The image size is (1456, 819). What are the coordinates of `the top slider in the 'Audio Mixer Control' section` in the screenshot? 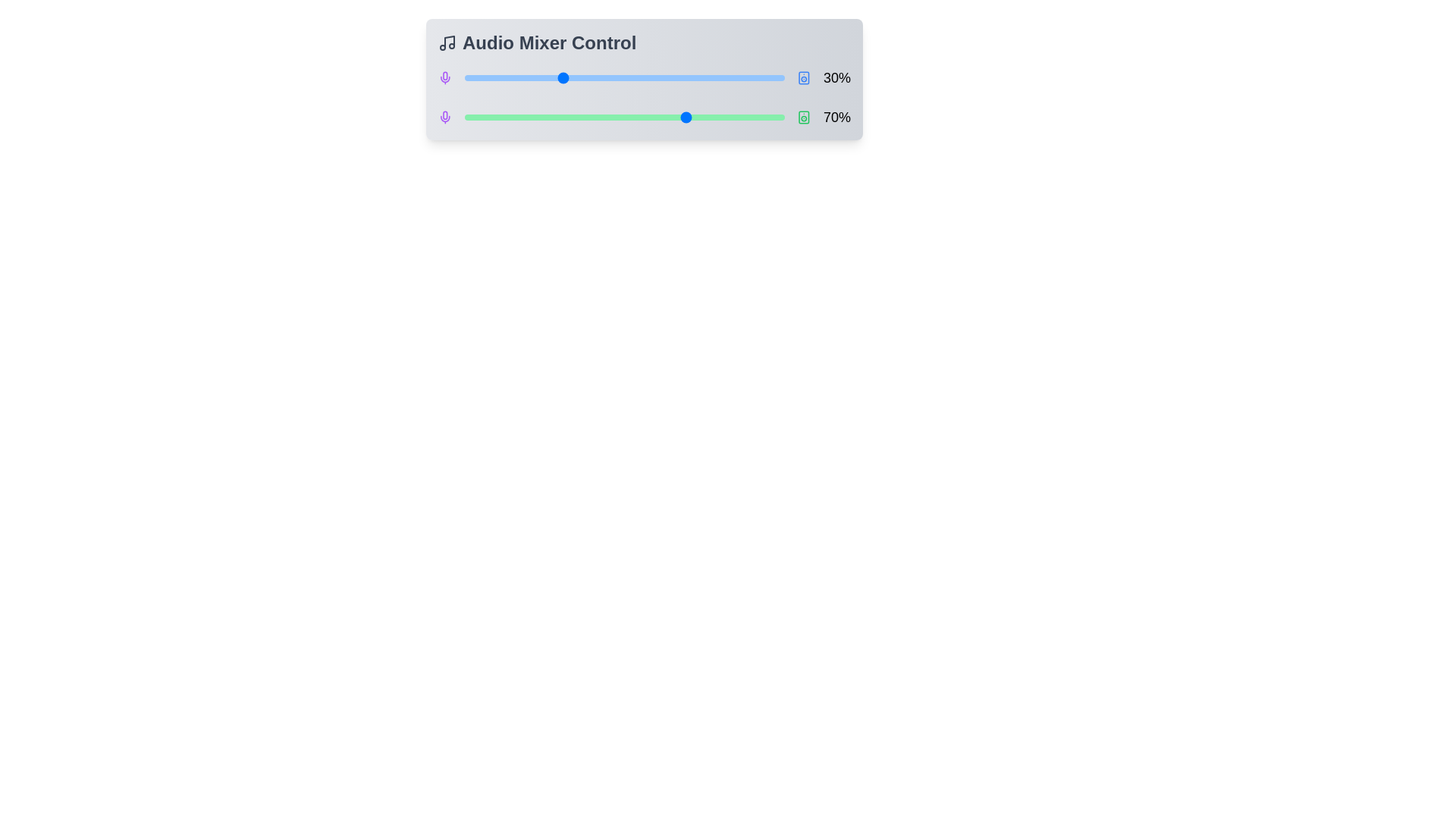 It's located at (644, 78).